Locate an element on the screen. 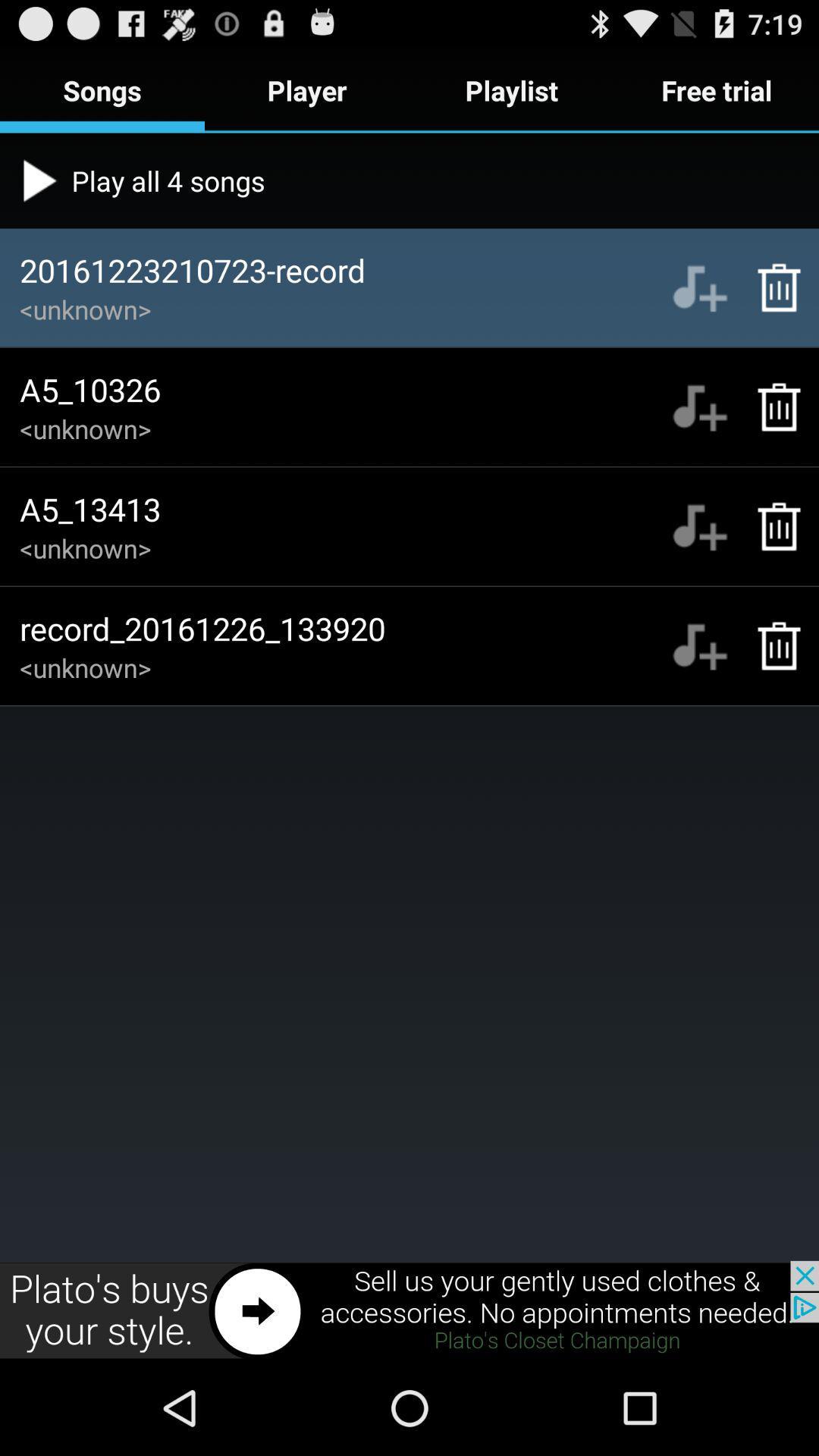 The width and height of the screenshot is (819, 1456). a5_13413 trash can icon is located at coordinates (771, 526).